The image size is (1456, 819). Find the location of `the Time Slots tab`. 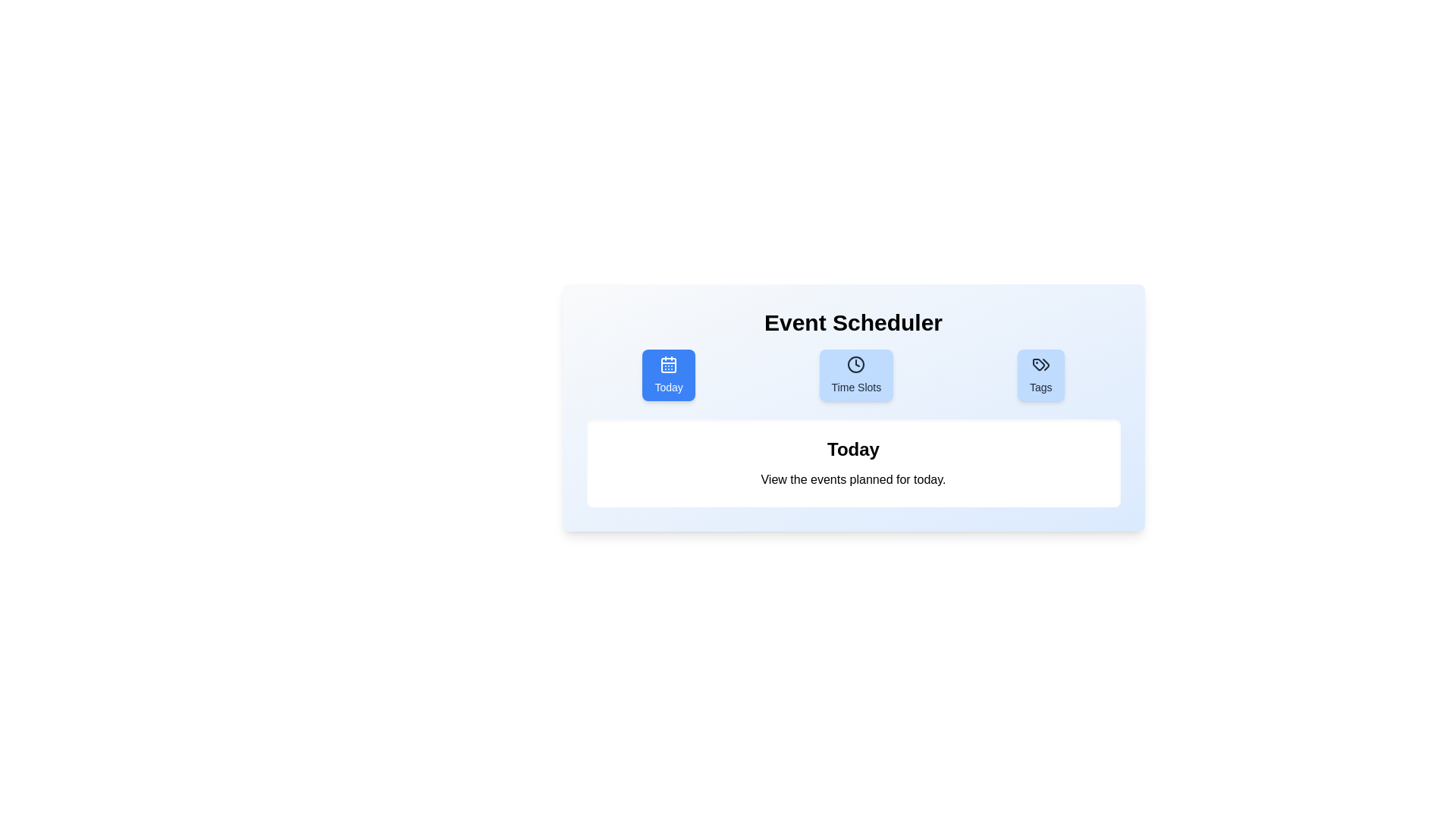

the Time Slots tab is located at coordinates (856, 375).